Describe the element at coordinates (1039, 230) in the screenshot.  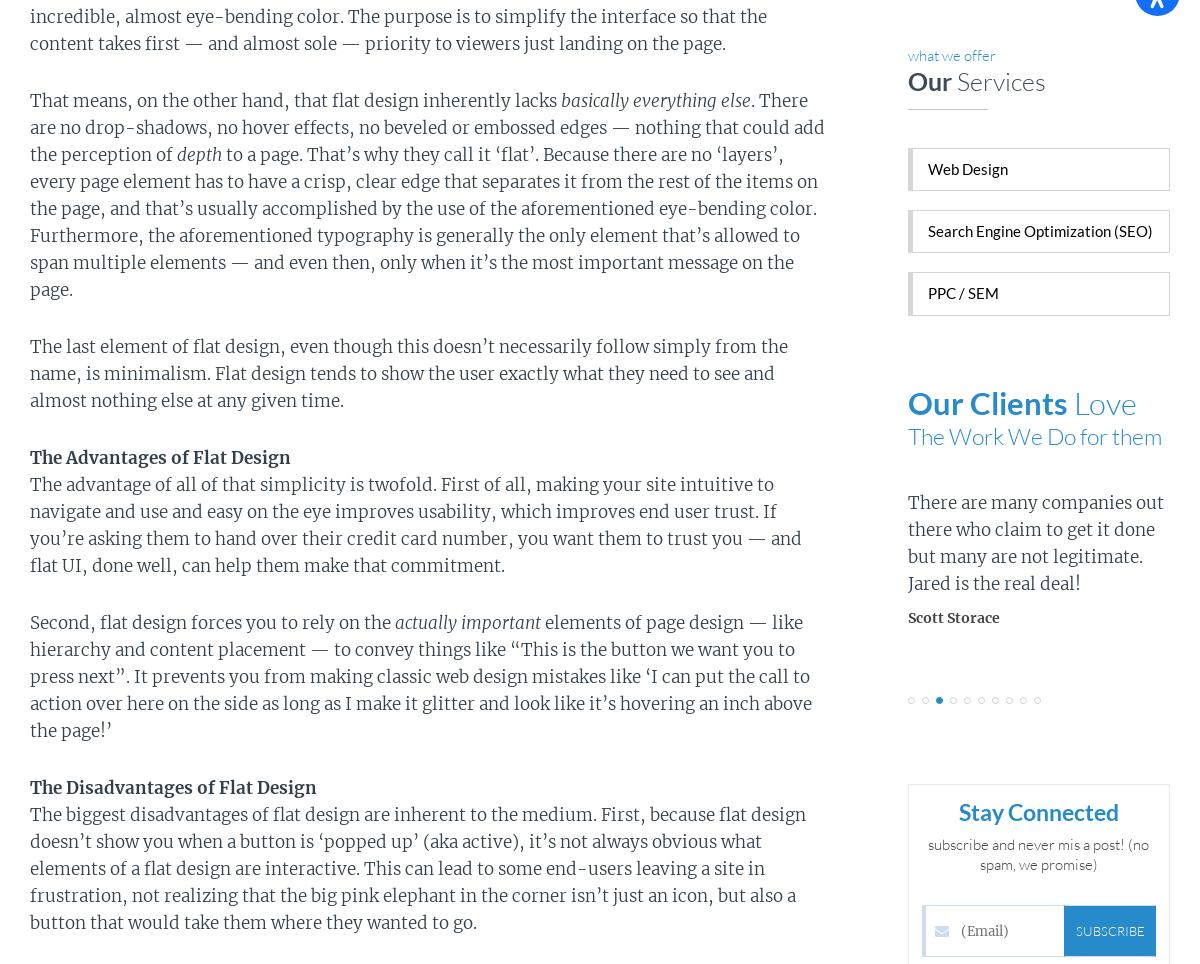
I see `'Search Engine Optimization (SEO)'` at that location.